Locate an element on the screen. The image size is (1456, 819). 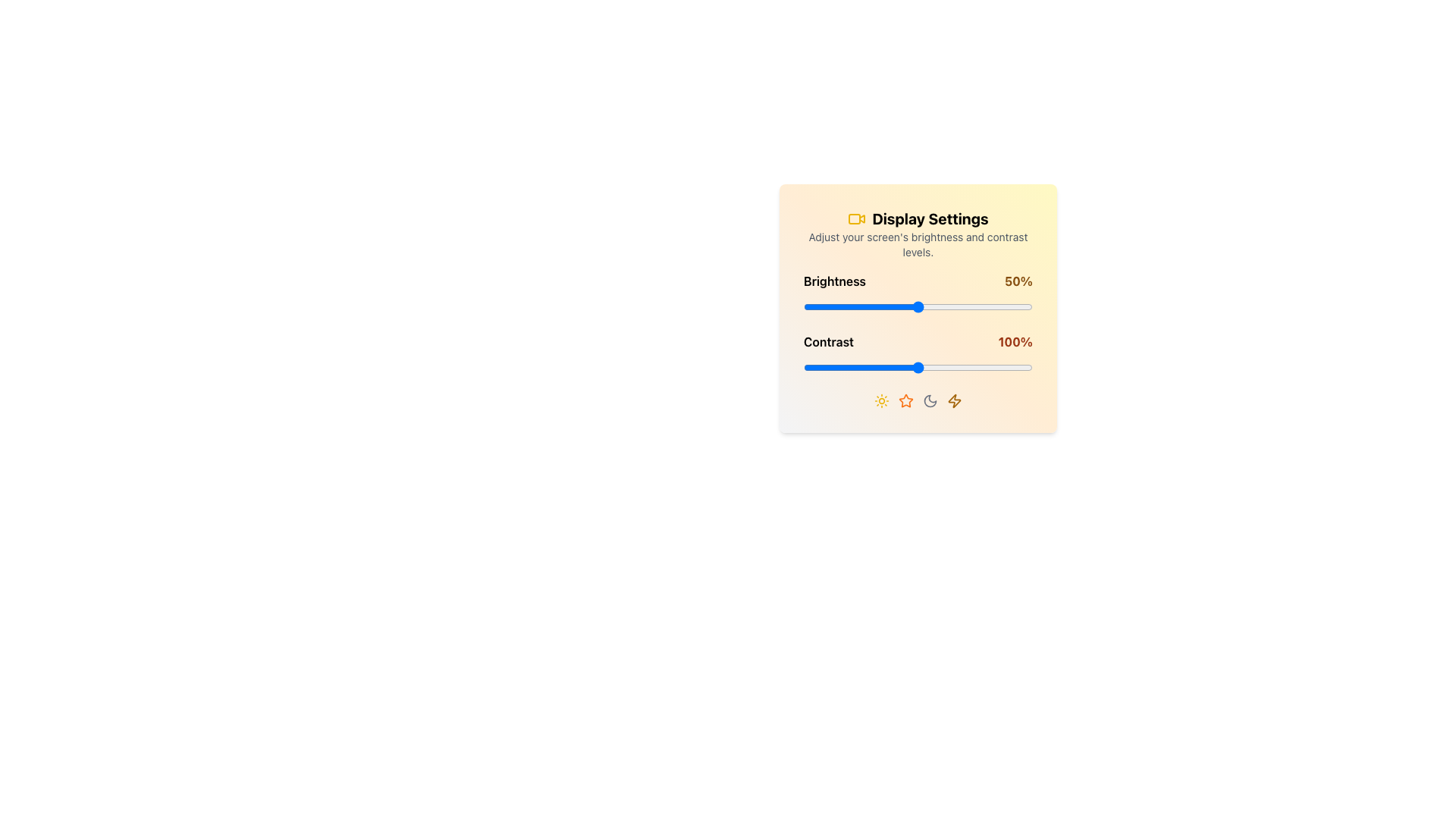
the contrast level is located at coordinates (940, 368).